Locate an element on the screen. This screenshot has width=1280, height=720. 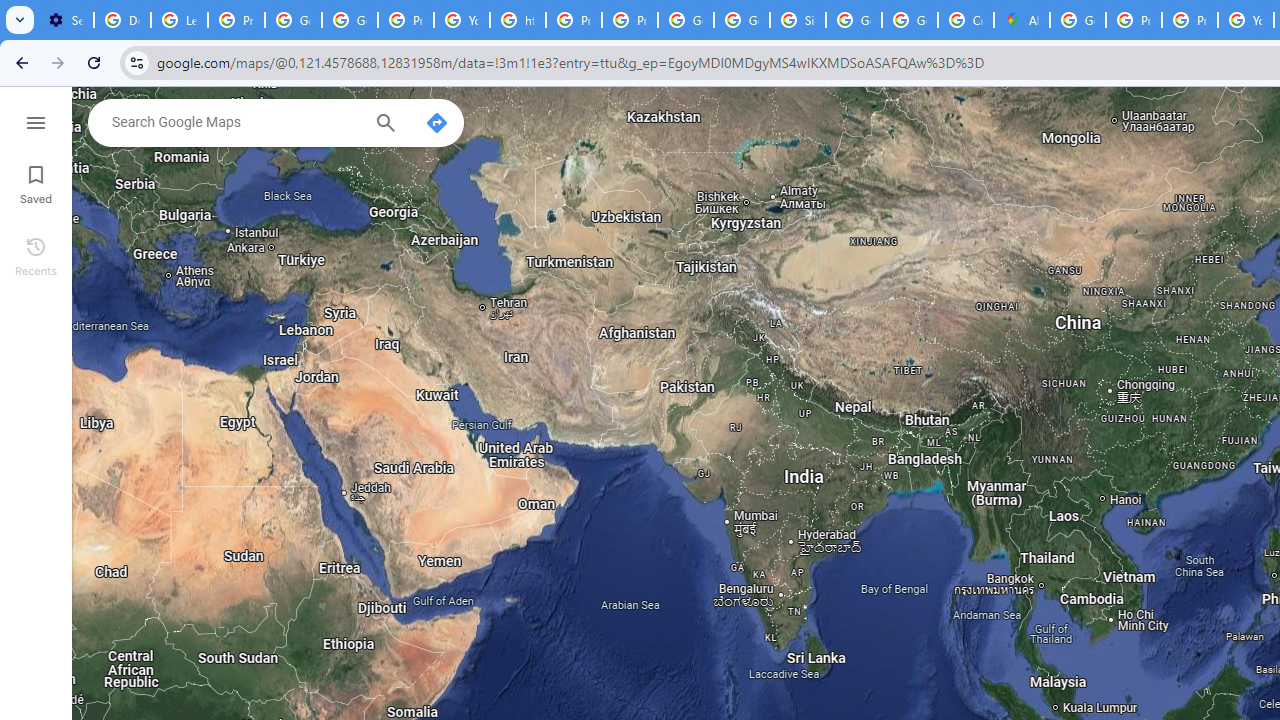
'Settings - Performance' is located at coordinates (65, 20).